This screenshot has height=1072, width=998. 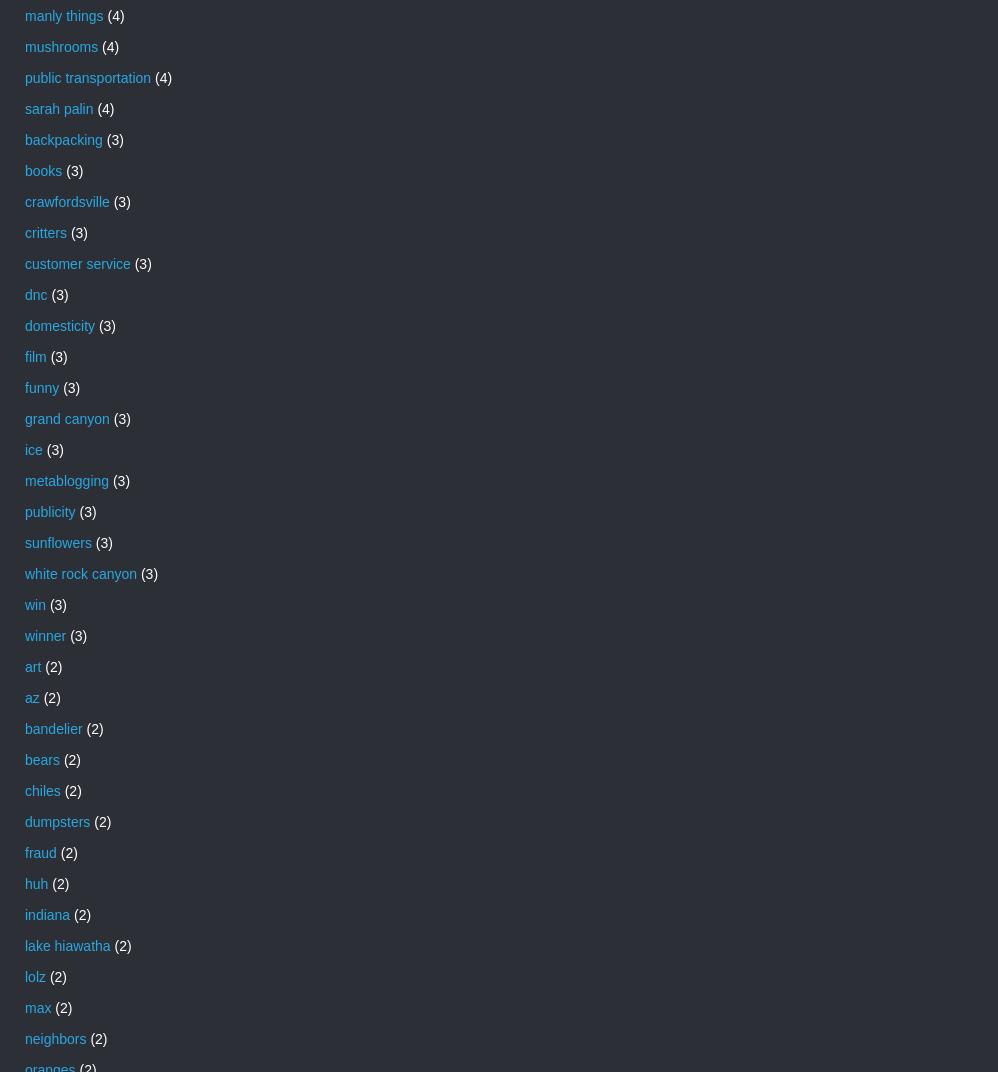 What do you see at coordinates (52, 726) in the screenshot?
I see `'bandelier'` at bounding box center [52, 726].